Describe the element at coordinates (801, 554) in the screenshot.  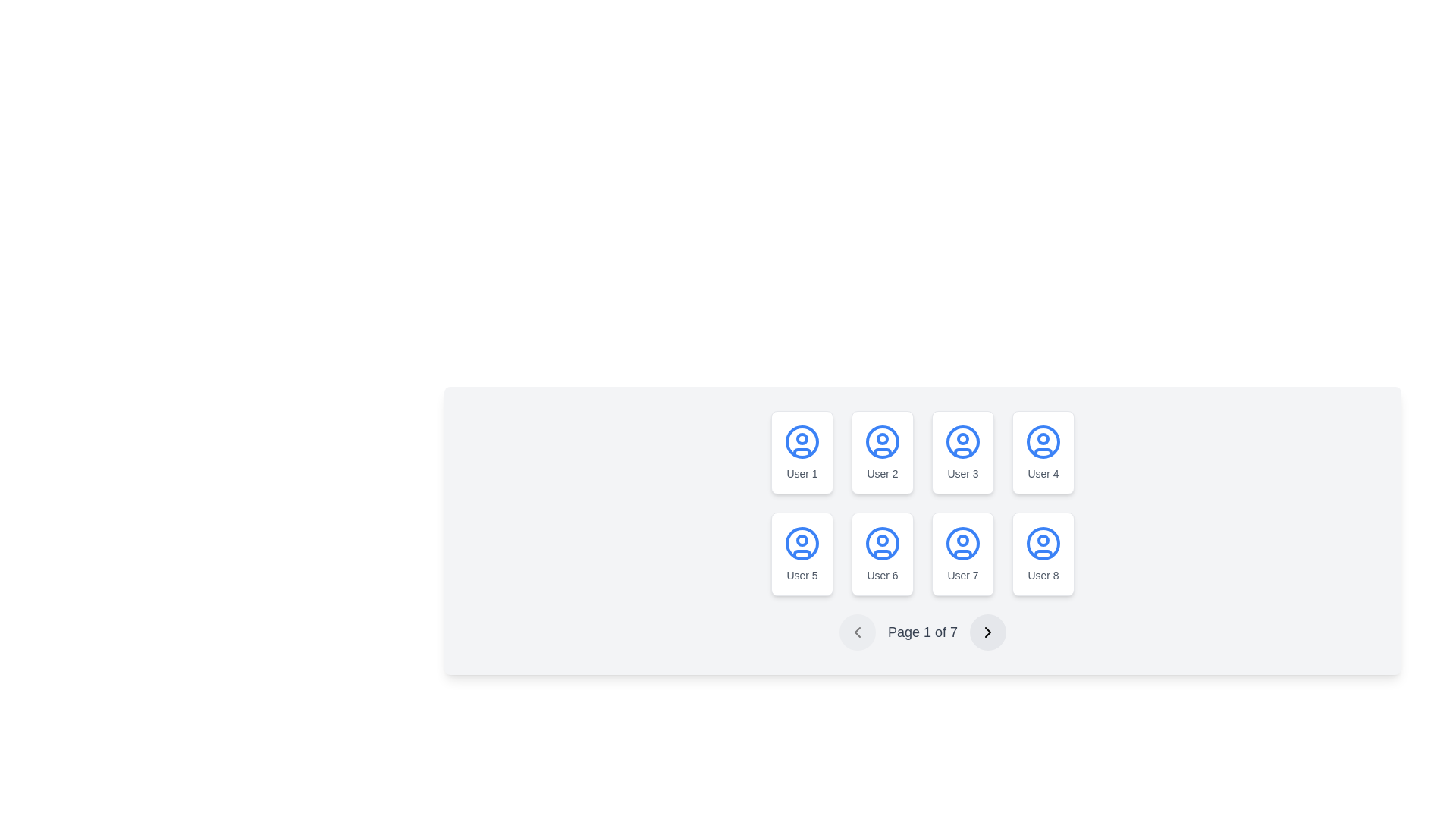
I see `the user card element containing a circular blue user icon labeled 'User 5', which is the first card in the second row of a 4-column grid layout` at that location.